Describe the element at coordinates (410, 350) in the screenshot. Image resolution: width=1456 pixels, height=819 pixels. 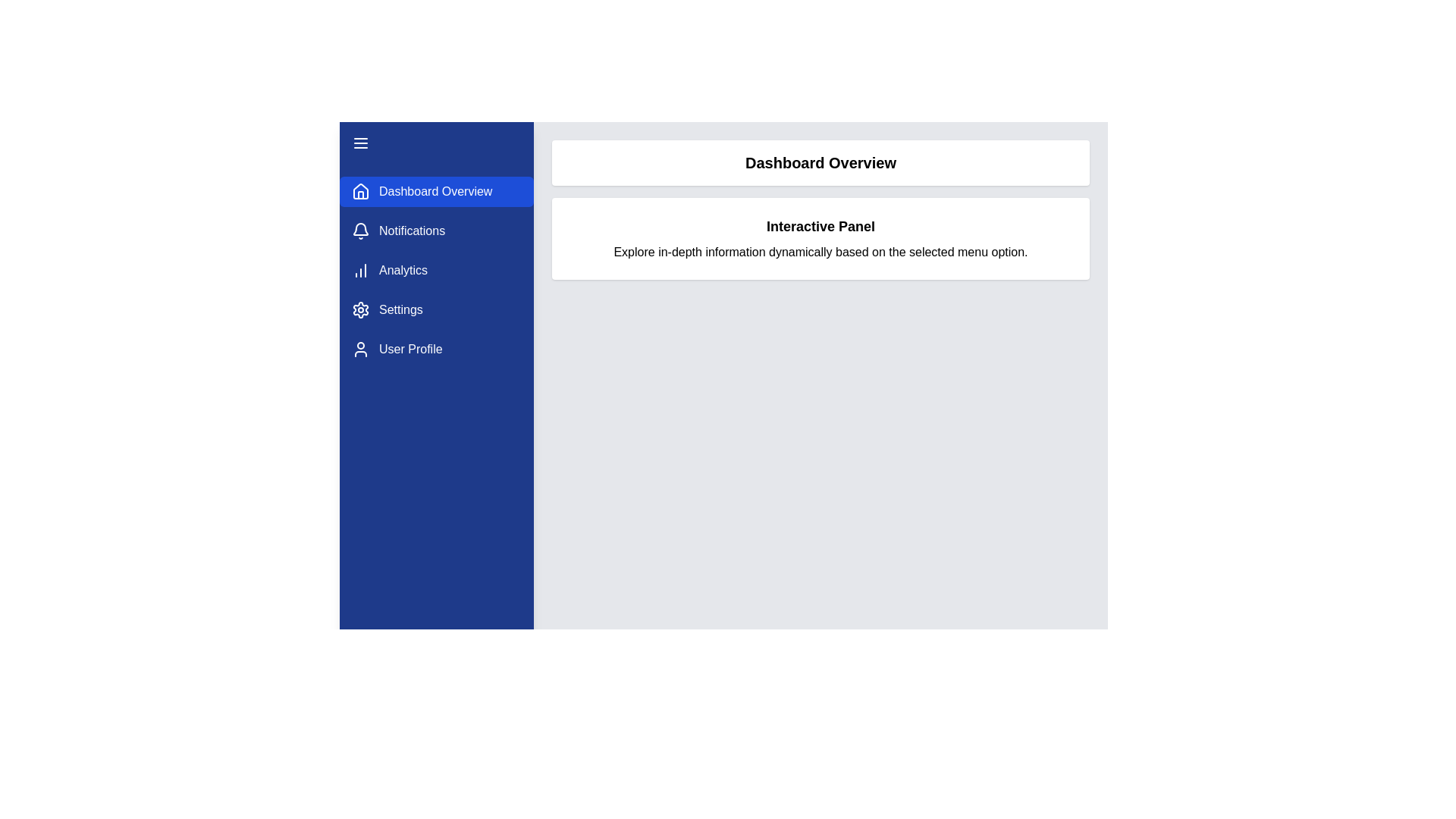
I see `text from the 'User Profile' label located at the bottom of the vertical navigation menu, adjacent to the user icon` at that location.